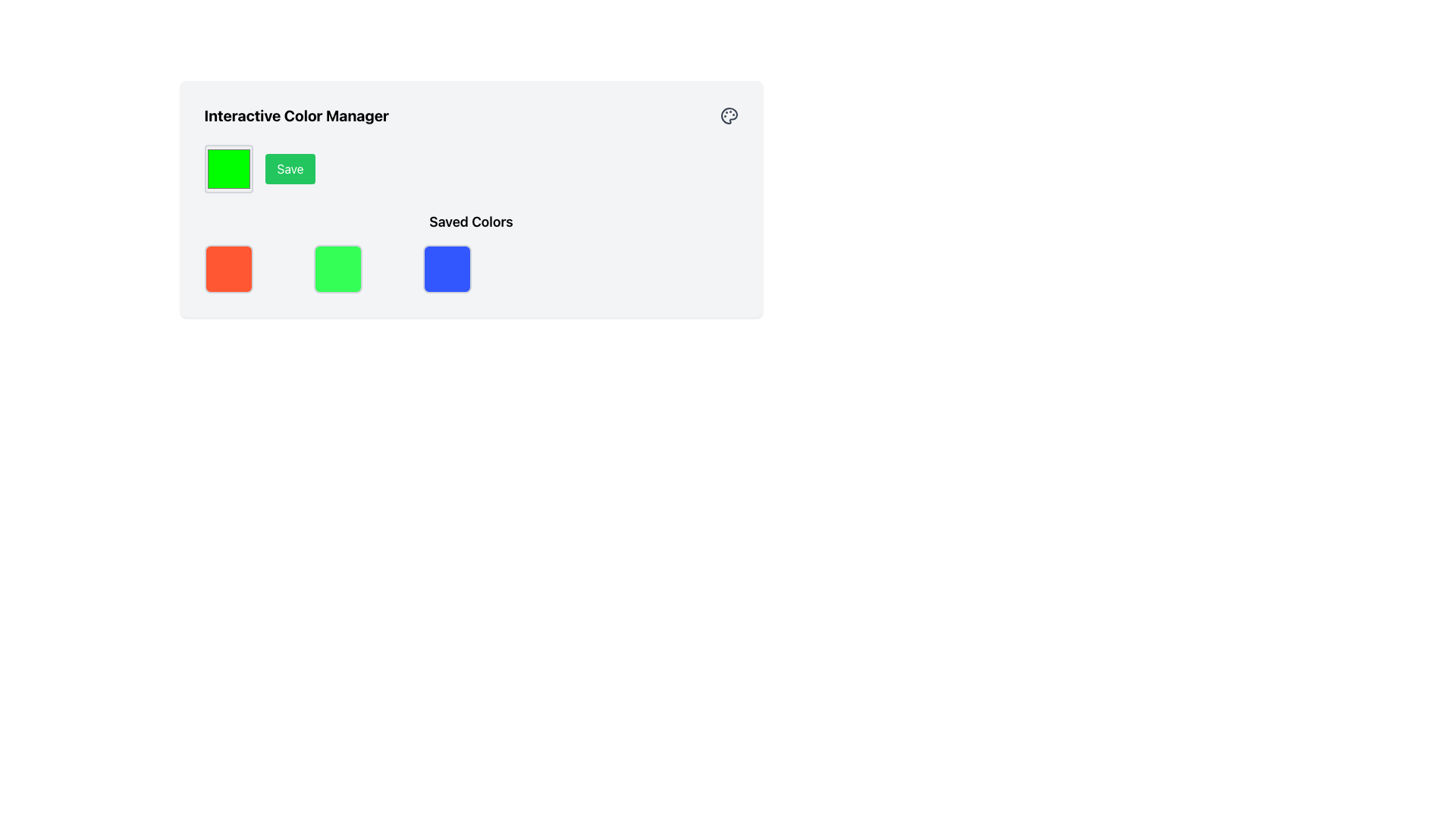  Describe the element at coordinates (470, 251) in the screenshot. I see `the third color tile in the 'Saved Colors' subsection, which serves as a color display or selection indicator` at that location.